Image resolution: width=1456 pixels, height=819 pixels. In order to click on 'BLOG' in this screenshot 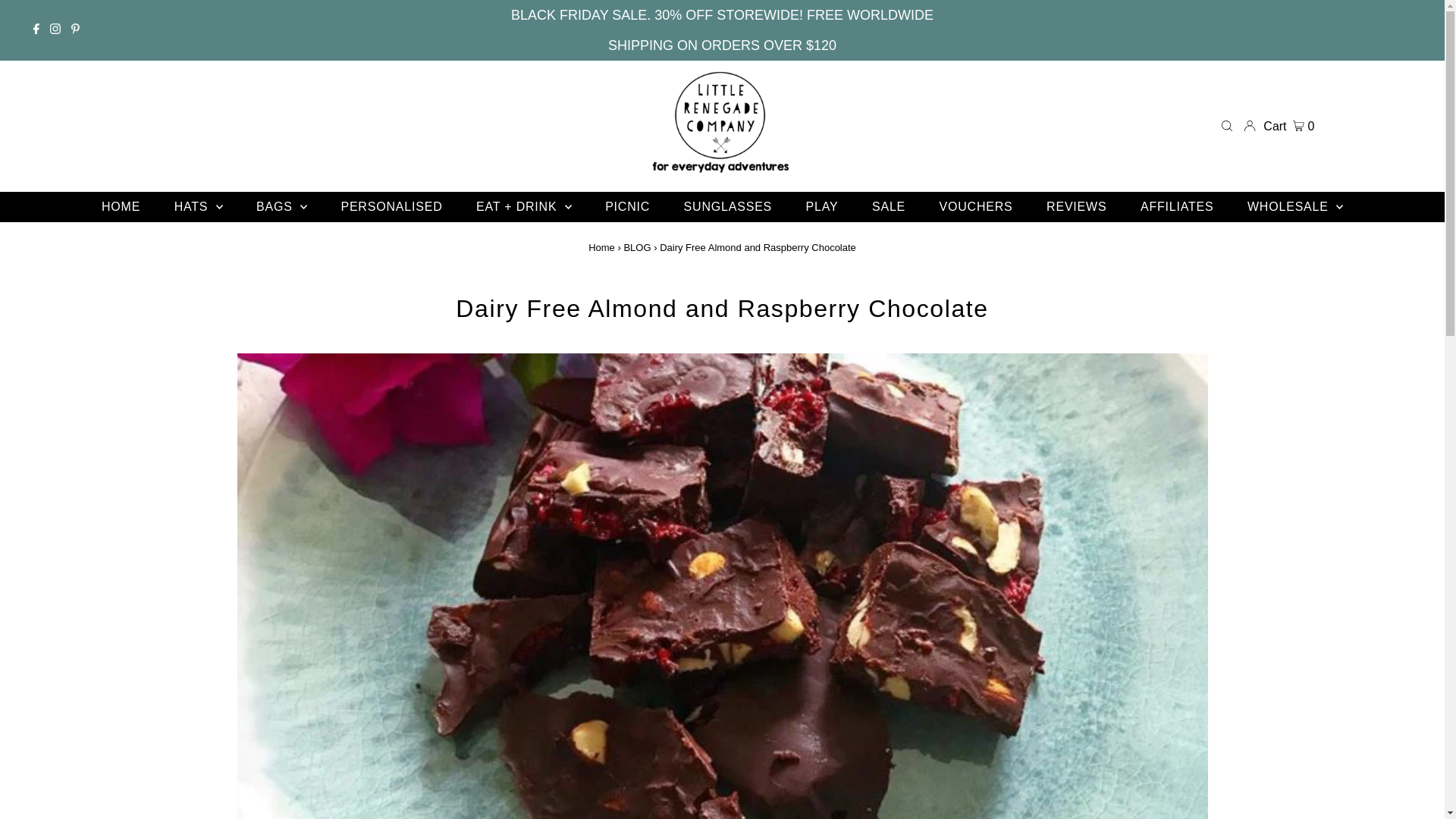, I will do `click(637, 246)`.